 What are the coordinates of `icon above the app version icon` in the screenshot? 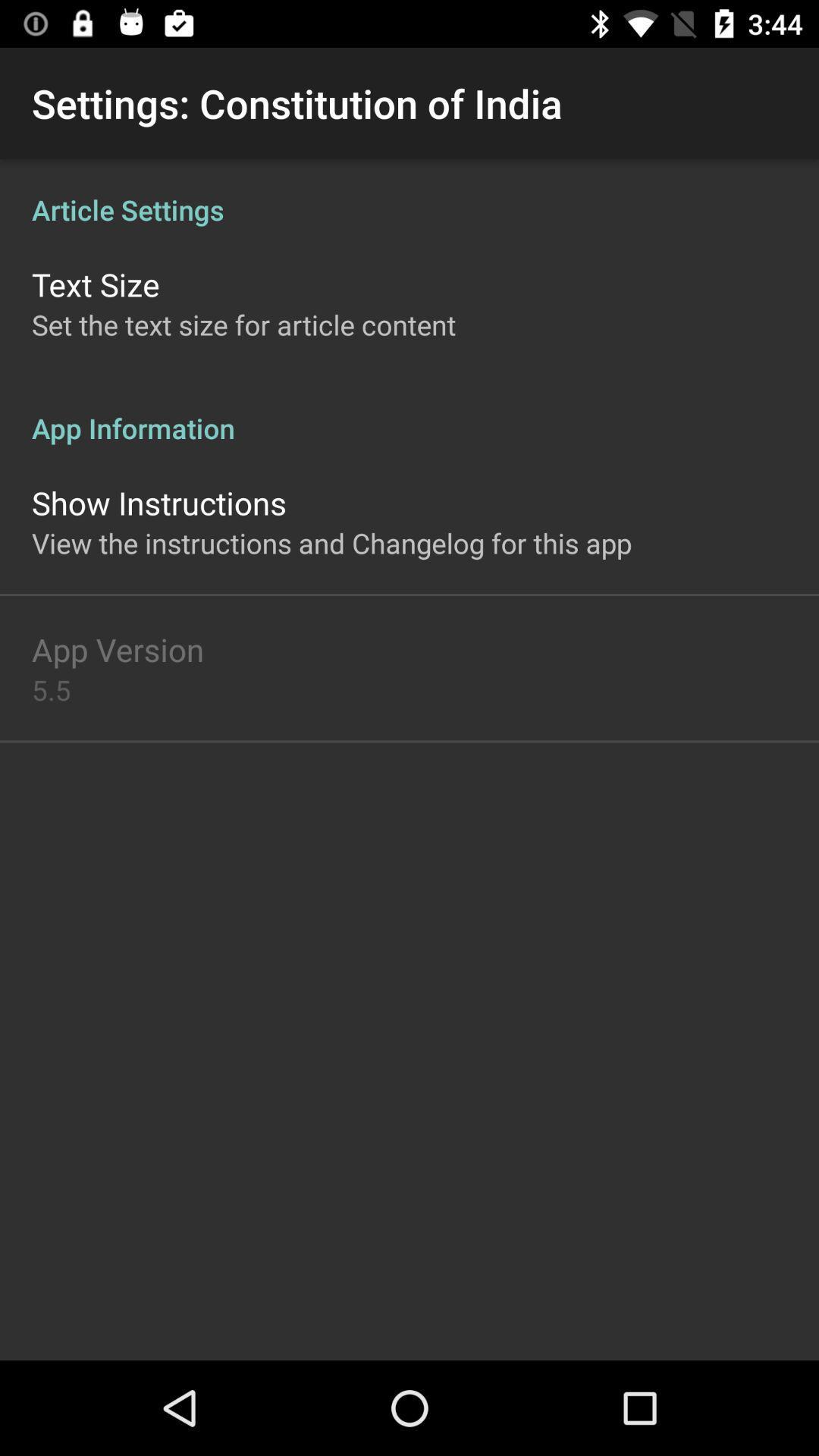 It's located at (331, 543).